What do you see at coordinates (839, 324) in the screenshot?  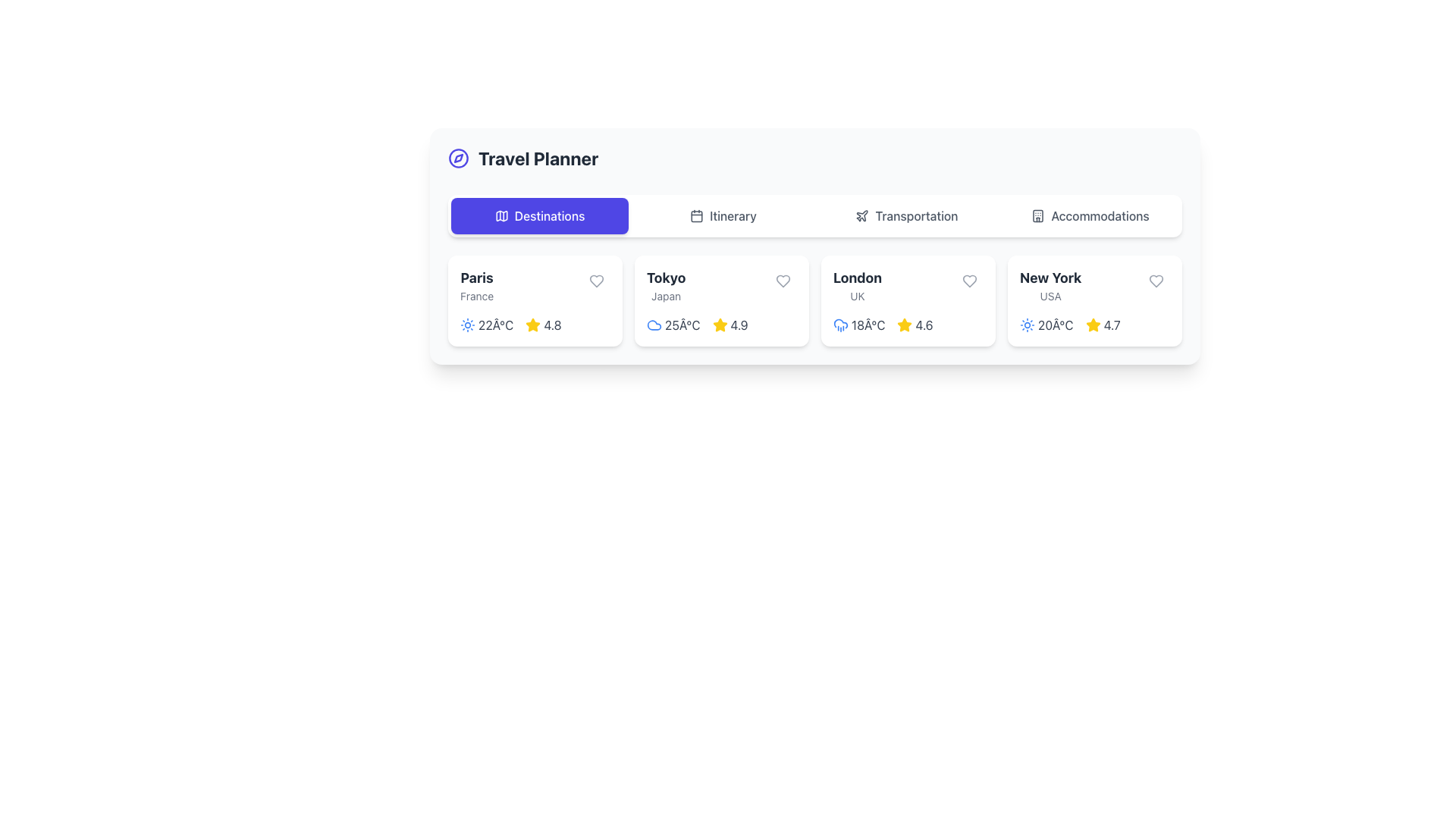 I see `the blue outlined cloud icon with rain drops located next to the temperature text '18°C' in the second section of the third card` at bounding box center [839, 324].